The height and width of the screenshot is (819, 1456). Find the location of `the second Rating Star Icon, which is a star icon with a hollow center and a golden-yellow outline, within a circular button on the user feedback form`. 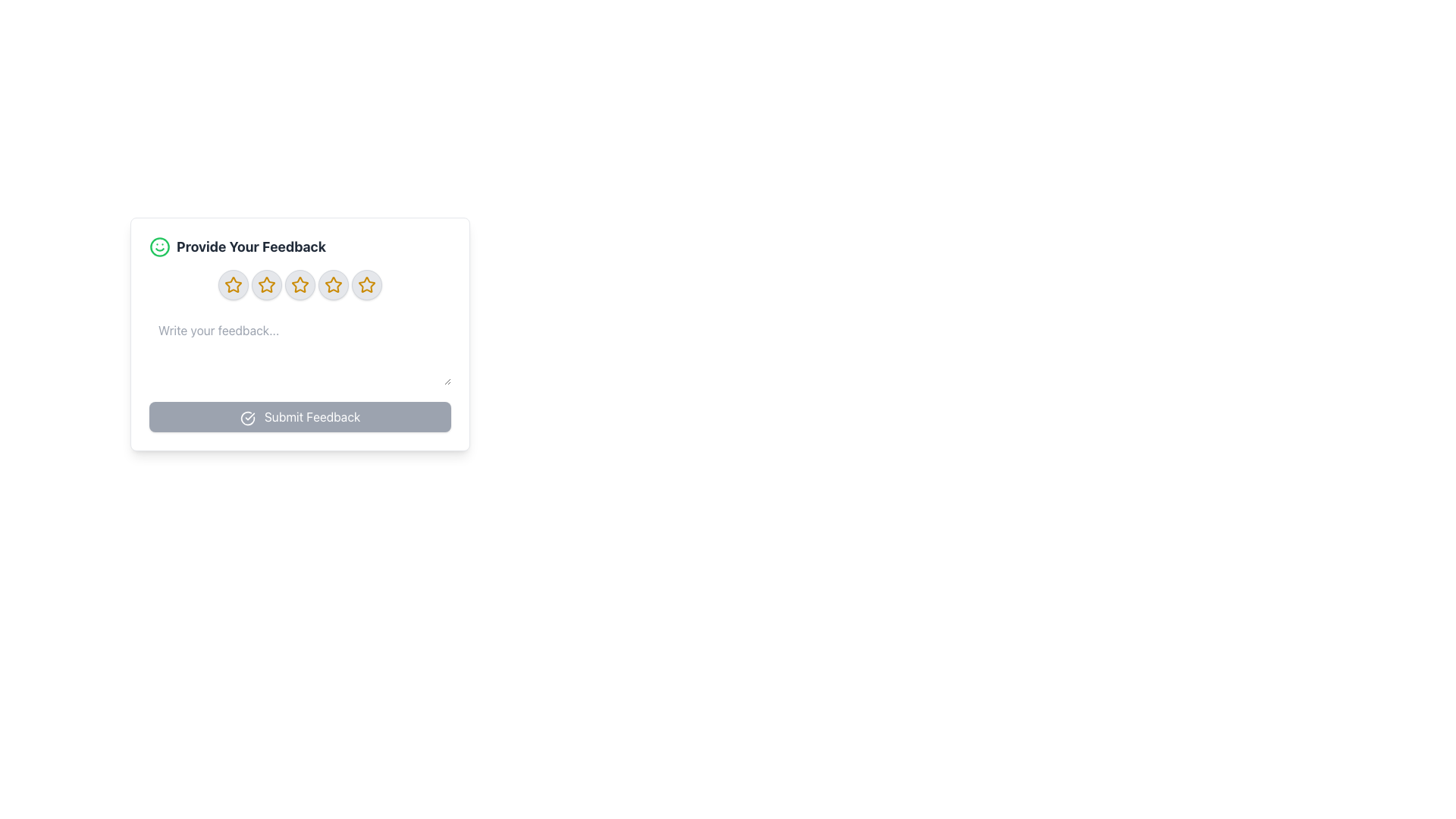

the second Rating Star Icon, which is a star icon with a hollow center and a golden-yellow outline, within a circular button on the user feedback form is located at coordinates (266, 284).